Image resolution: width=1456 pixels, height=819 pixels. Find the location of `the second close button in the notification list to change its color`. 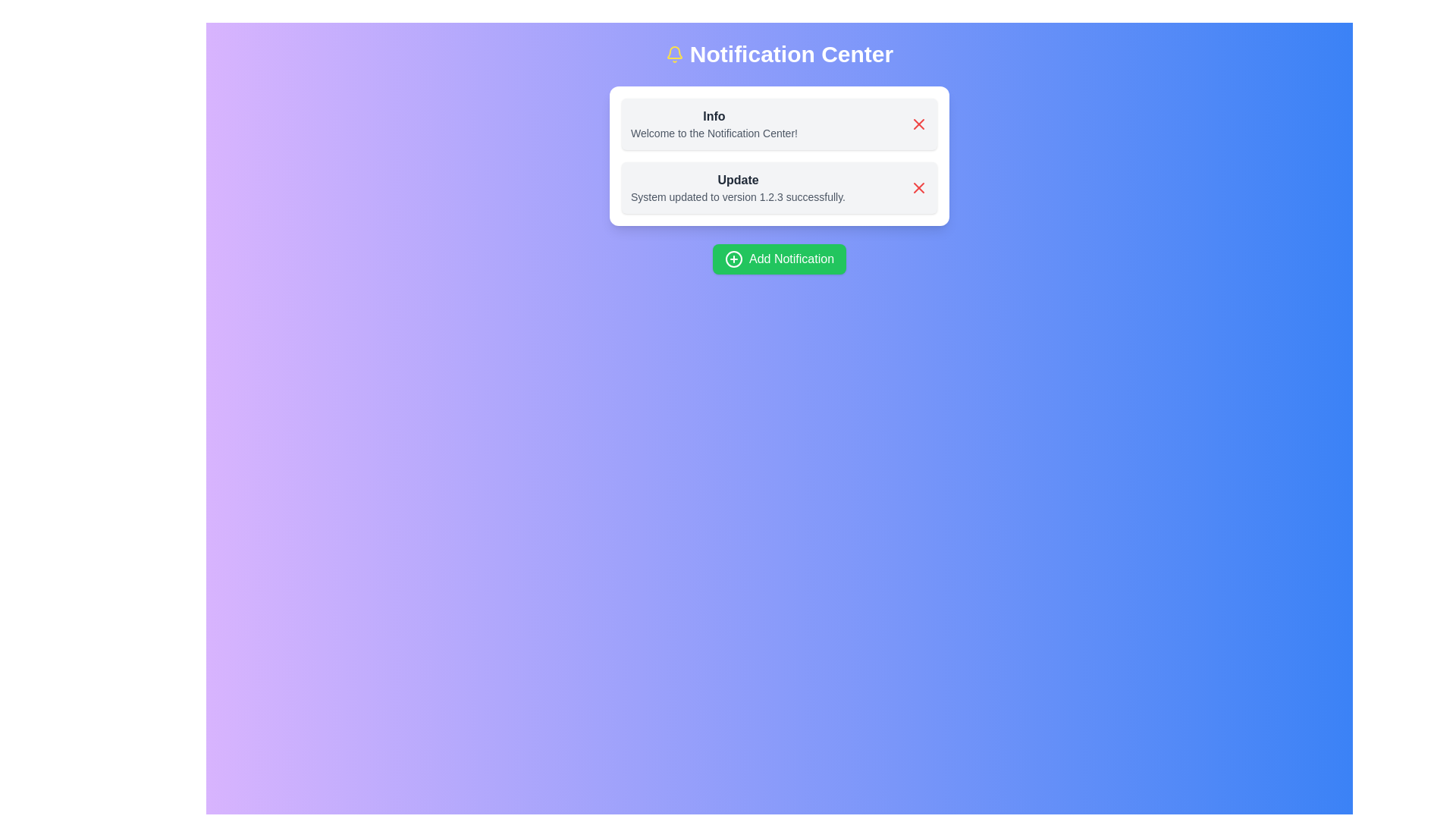

the second close button in the notification list to change its color is located at coordinates (918, 187).